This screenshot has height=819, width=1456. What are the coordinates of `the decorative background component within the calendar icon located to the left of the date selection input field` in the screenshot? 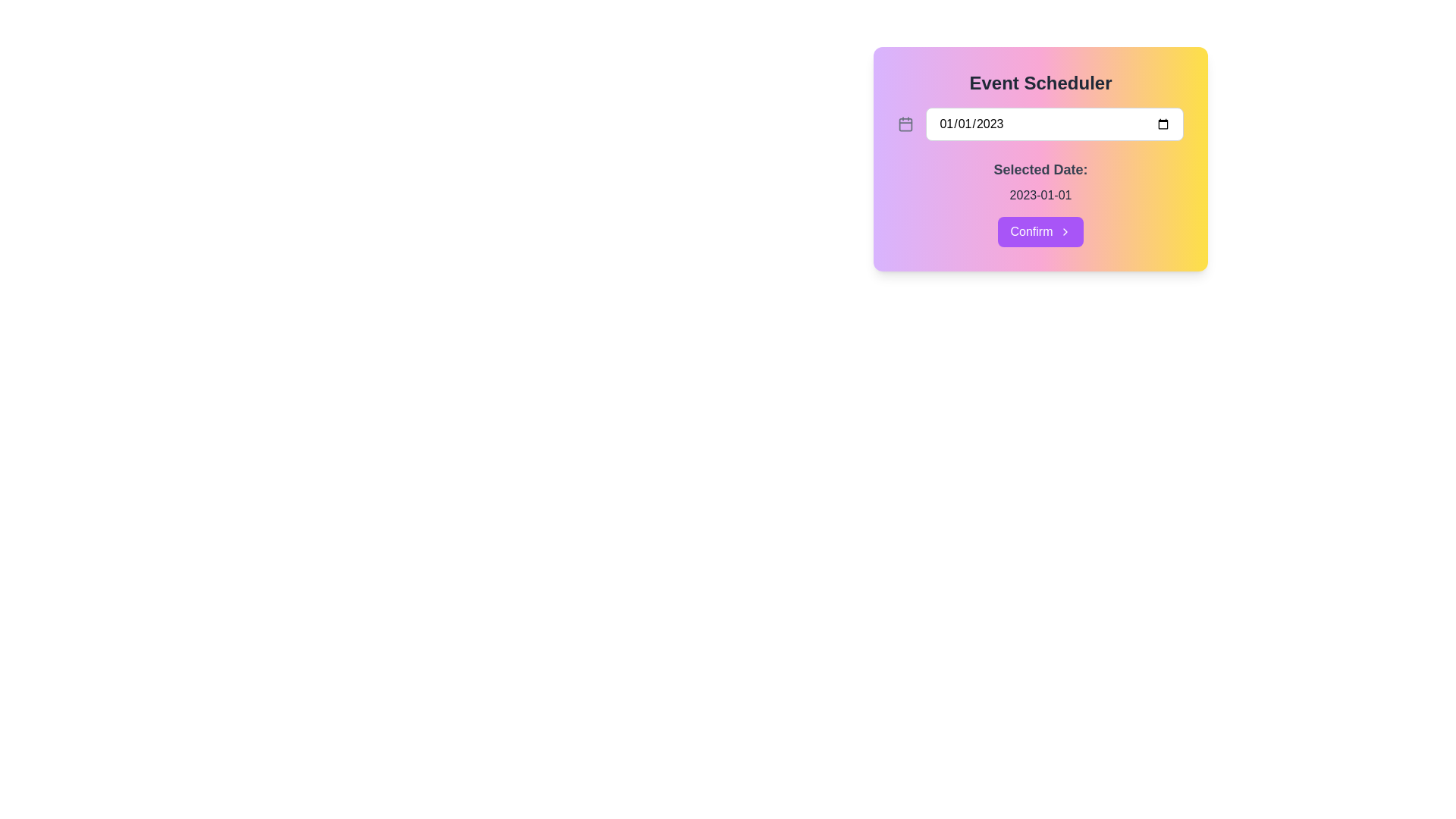 It's located at (905, 124).